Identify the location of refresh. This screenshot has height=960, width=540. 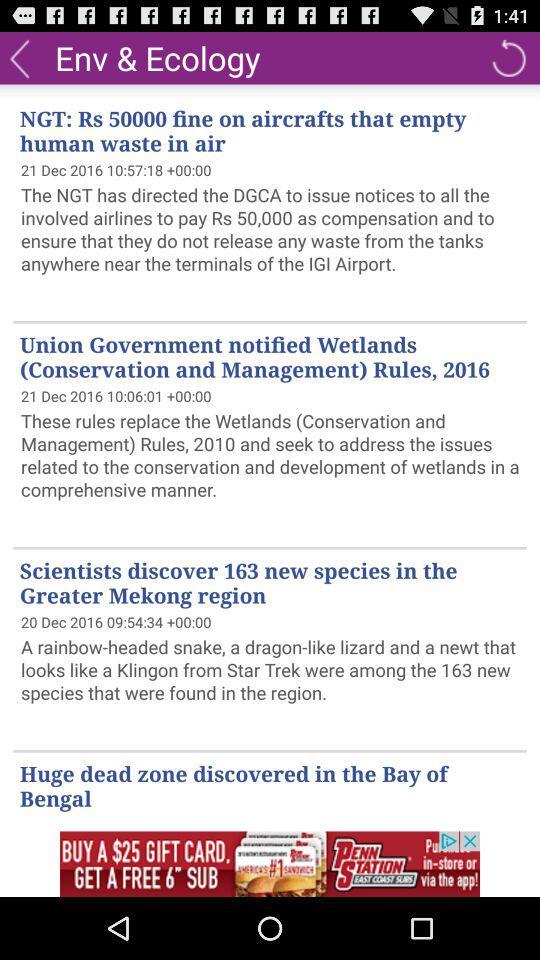
(508, 56).